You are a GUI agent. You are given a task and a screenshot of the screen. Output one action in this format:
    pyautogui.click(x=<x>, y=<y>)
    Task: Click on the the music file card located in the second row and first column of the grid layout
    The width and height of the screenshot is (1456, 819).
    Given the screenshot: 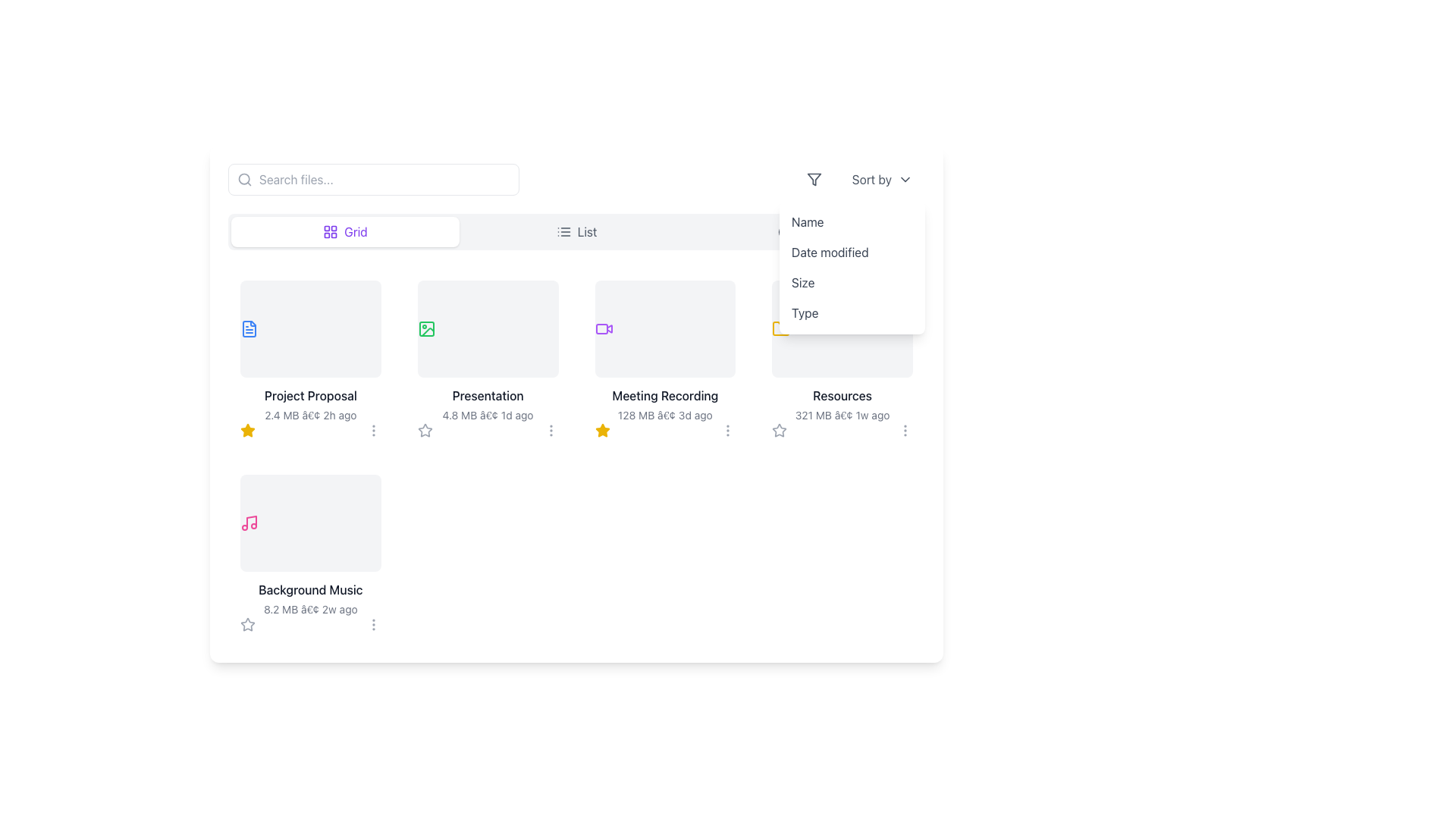 What is the action you would take?
    pyautogui.click(x=309, y=522)
    